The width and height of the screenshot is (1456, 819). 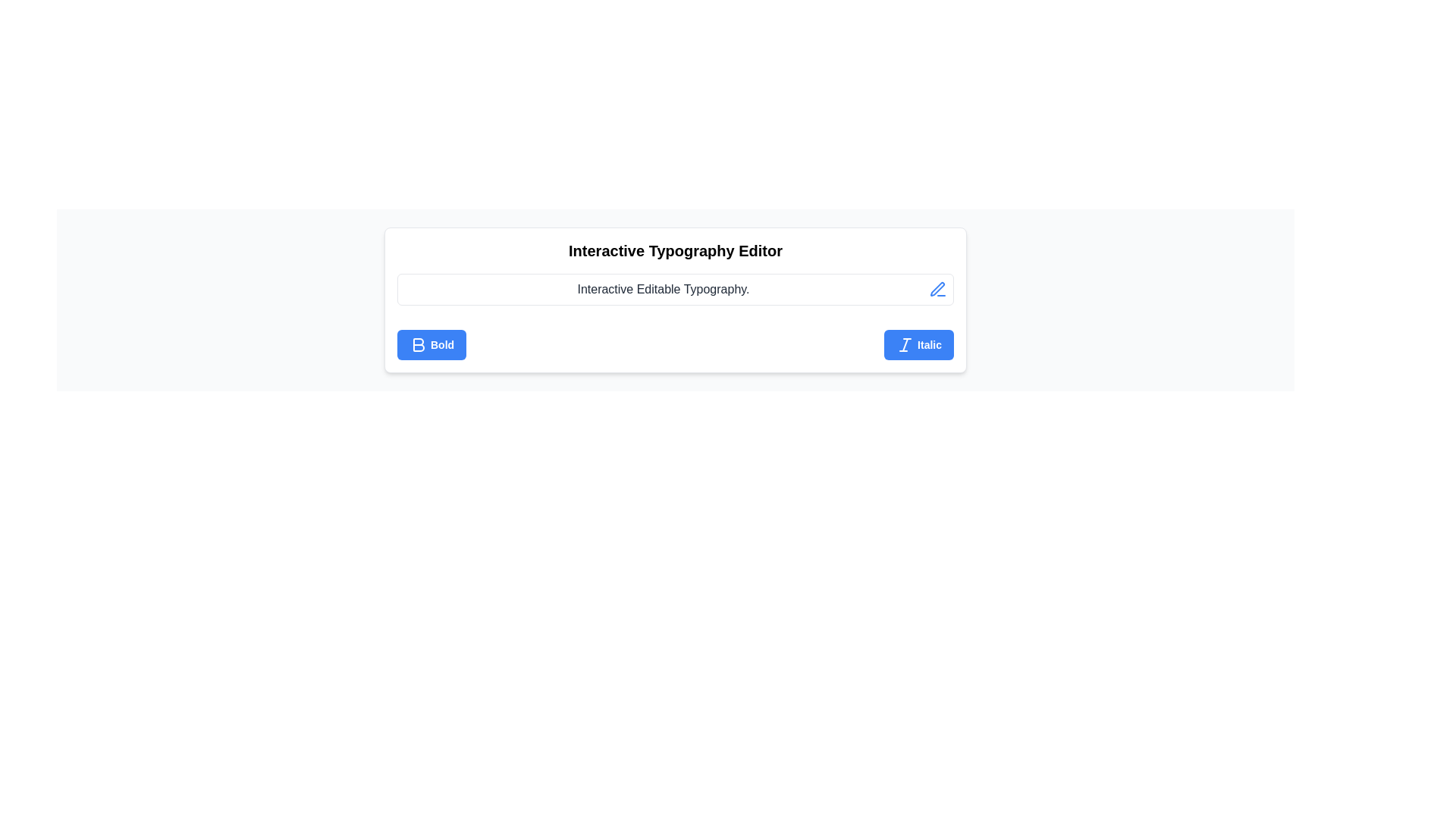 I want to click on the blue pen-like icon located to the right of the text input field to invoke the editing action, so click(x=937, y=289).